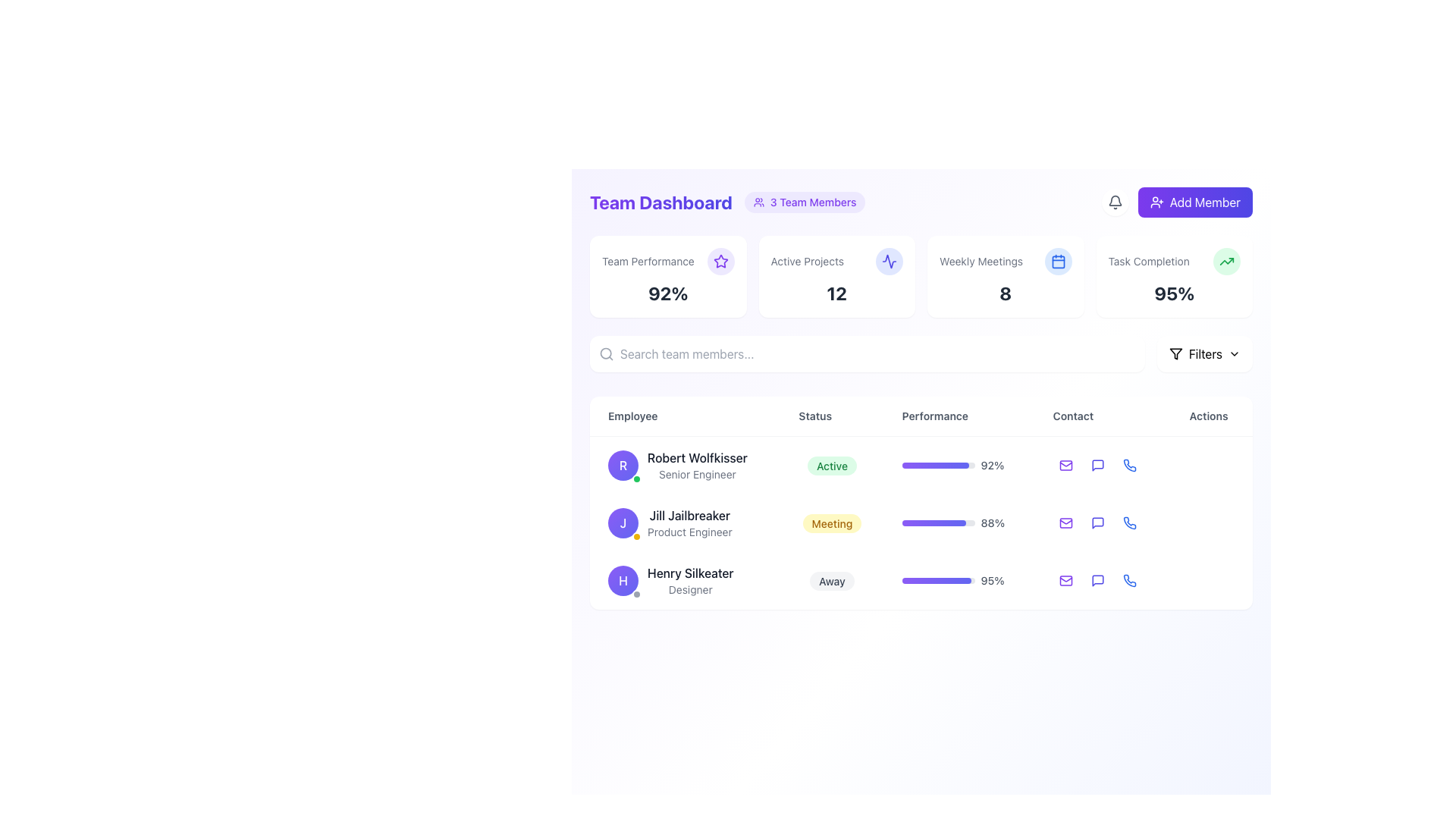  What do you see at coordinates (1149, 260) in the screenshot?
I see `the text label displaying 'Task Completion' in a small, gray-colored font located in the upper-right section of the interface` at bounding box center [1149, 260].